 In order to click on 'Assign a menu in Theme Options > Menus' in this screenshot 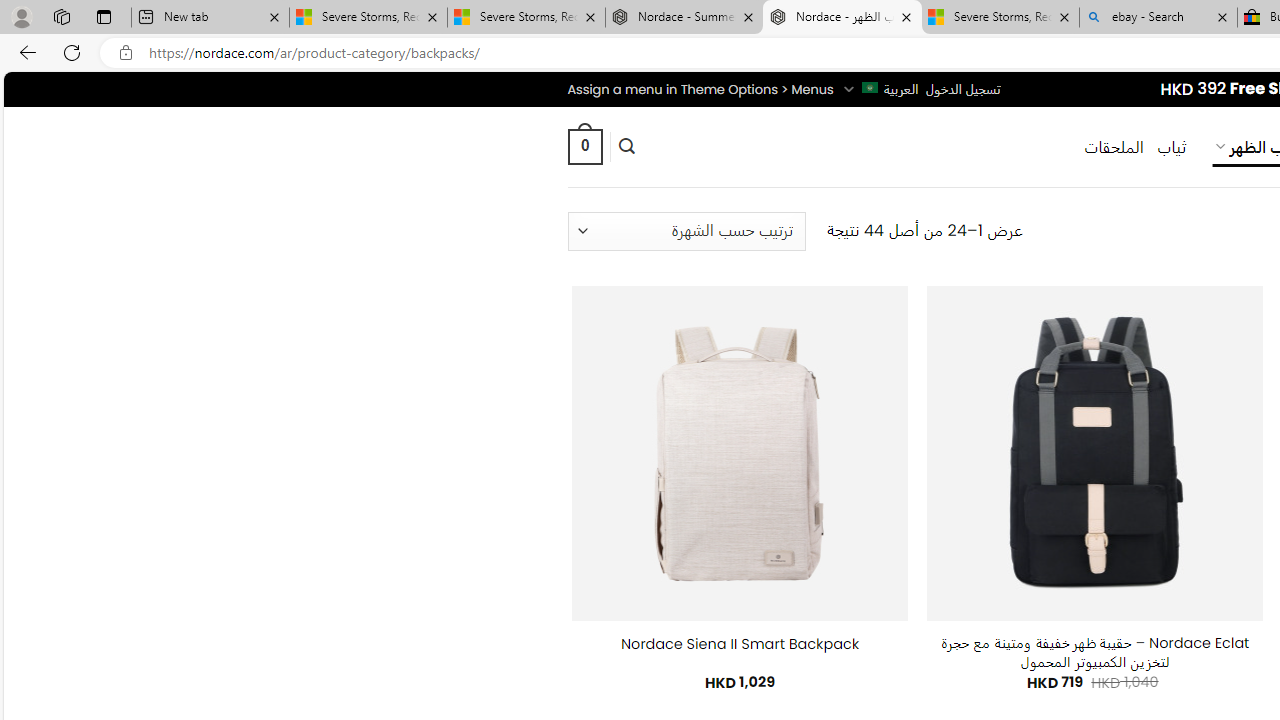, I will do `click(700, 88)`.